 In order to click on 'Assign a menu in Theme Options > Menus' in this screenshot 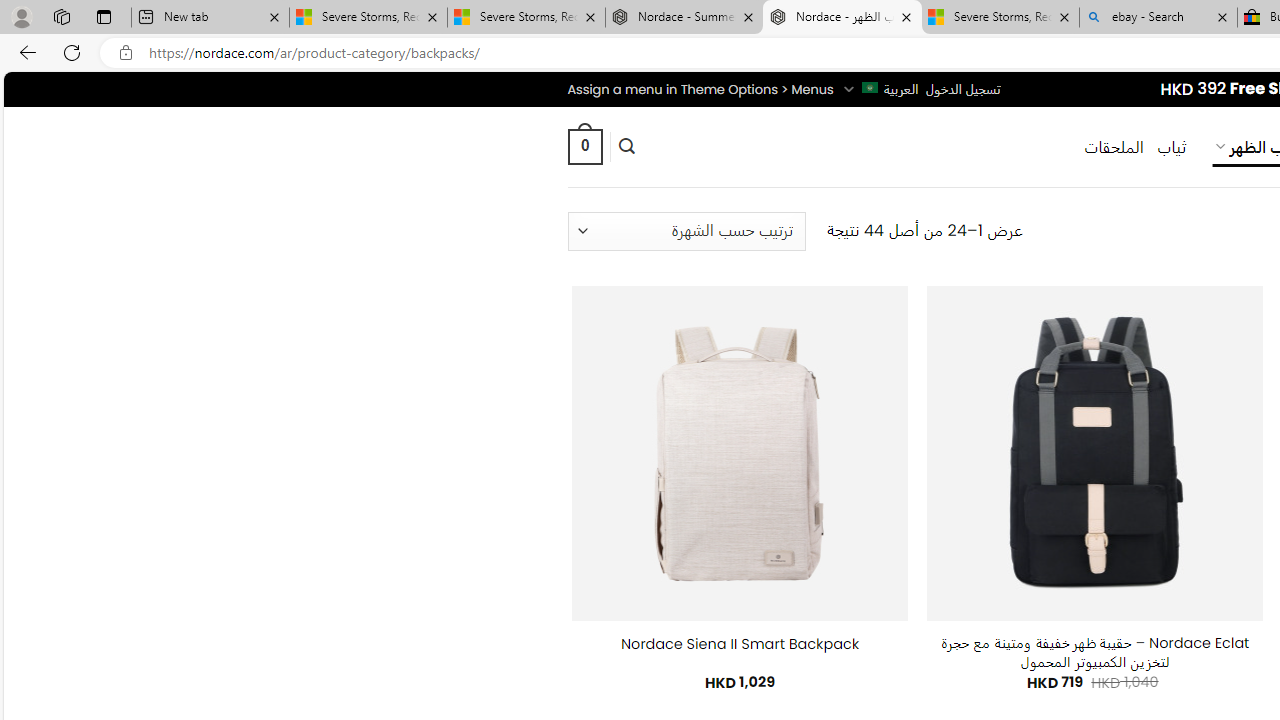, I will do `click(700, 88)`.